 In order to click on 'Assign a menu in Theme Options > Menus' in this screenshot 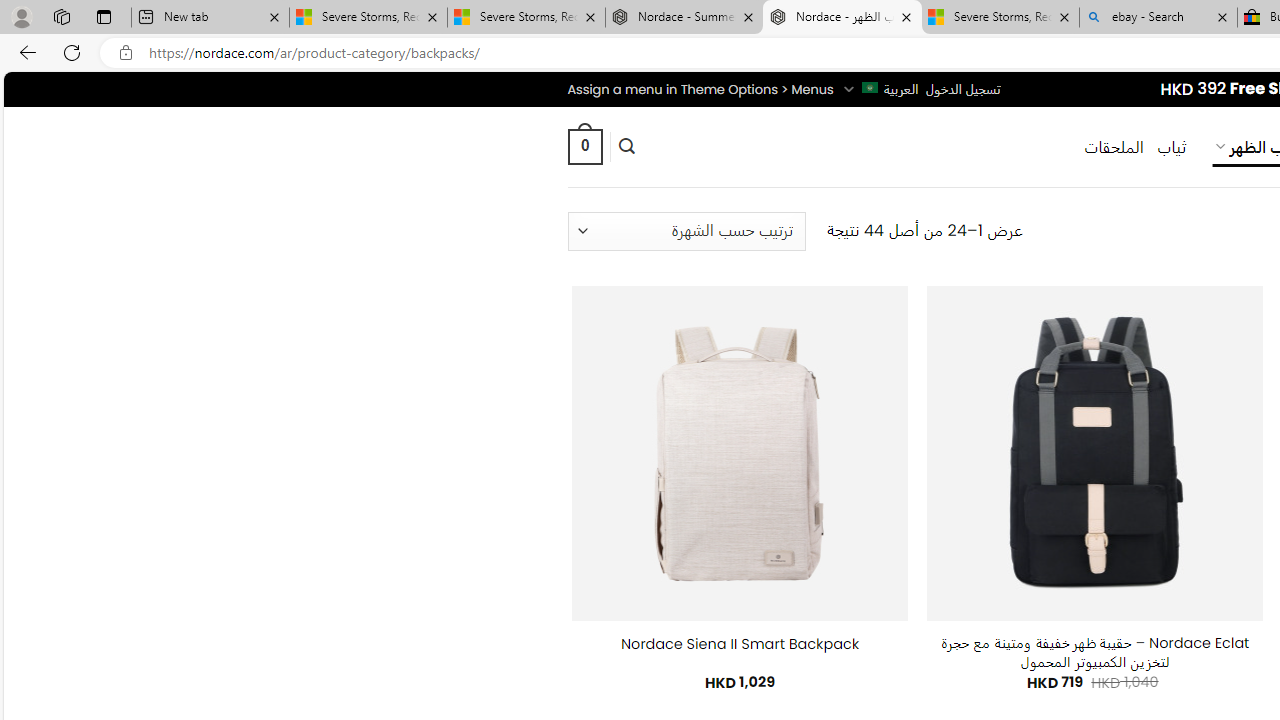, I will do `click(700, 88)`.